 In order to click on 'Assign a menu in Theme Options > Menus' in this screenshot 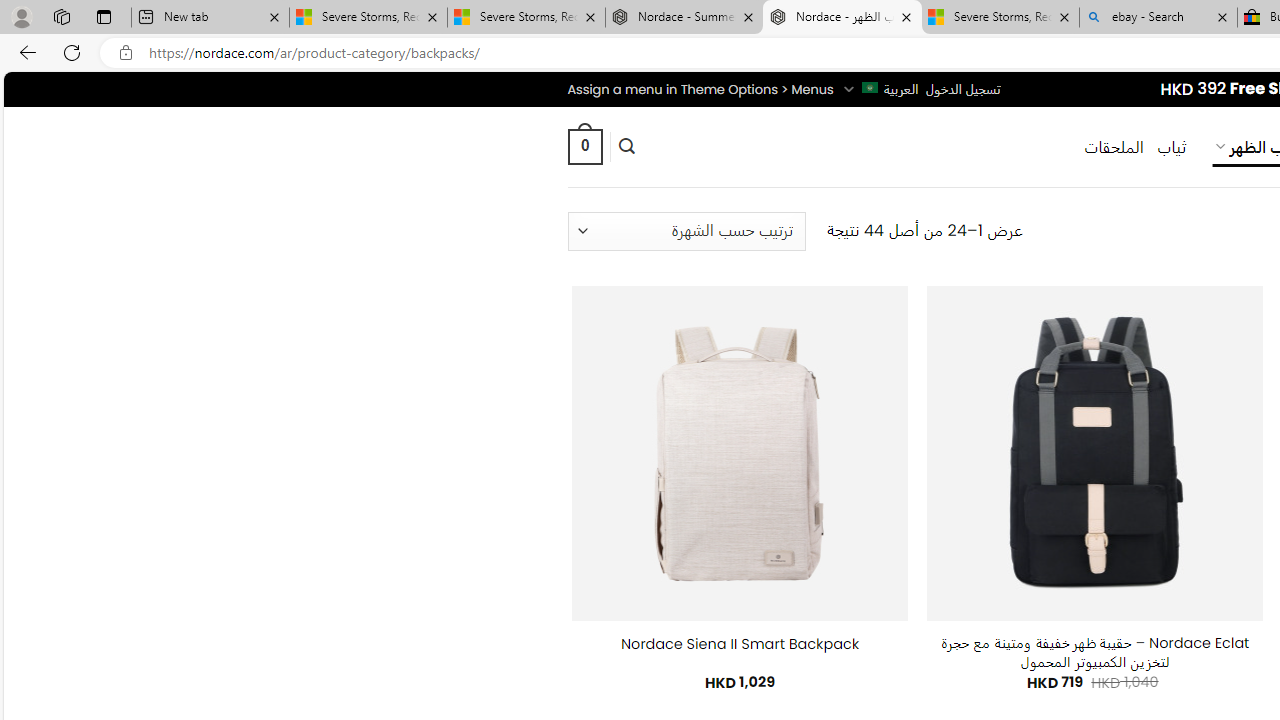, I will do `click(700, 88)`.